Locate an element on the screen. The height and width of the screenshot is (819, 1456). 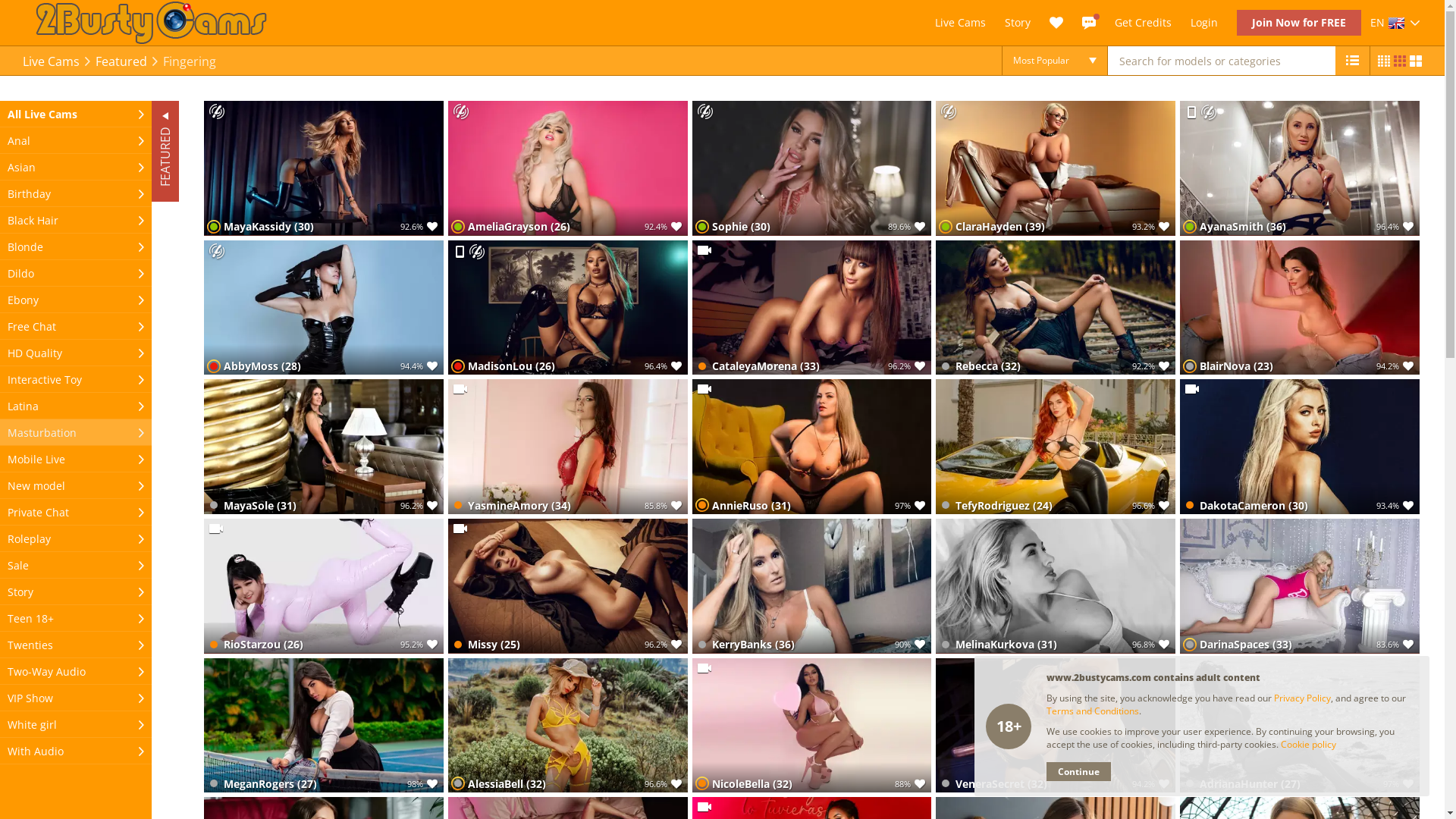
'Join Now for FREE' is located at coordinates (1237, 23).